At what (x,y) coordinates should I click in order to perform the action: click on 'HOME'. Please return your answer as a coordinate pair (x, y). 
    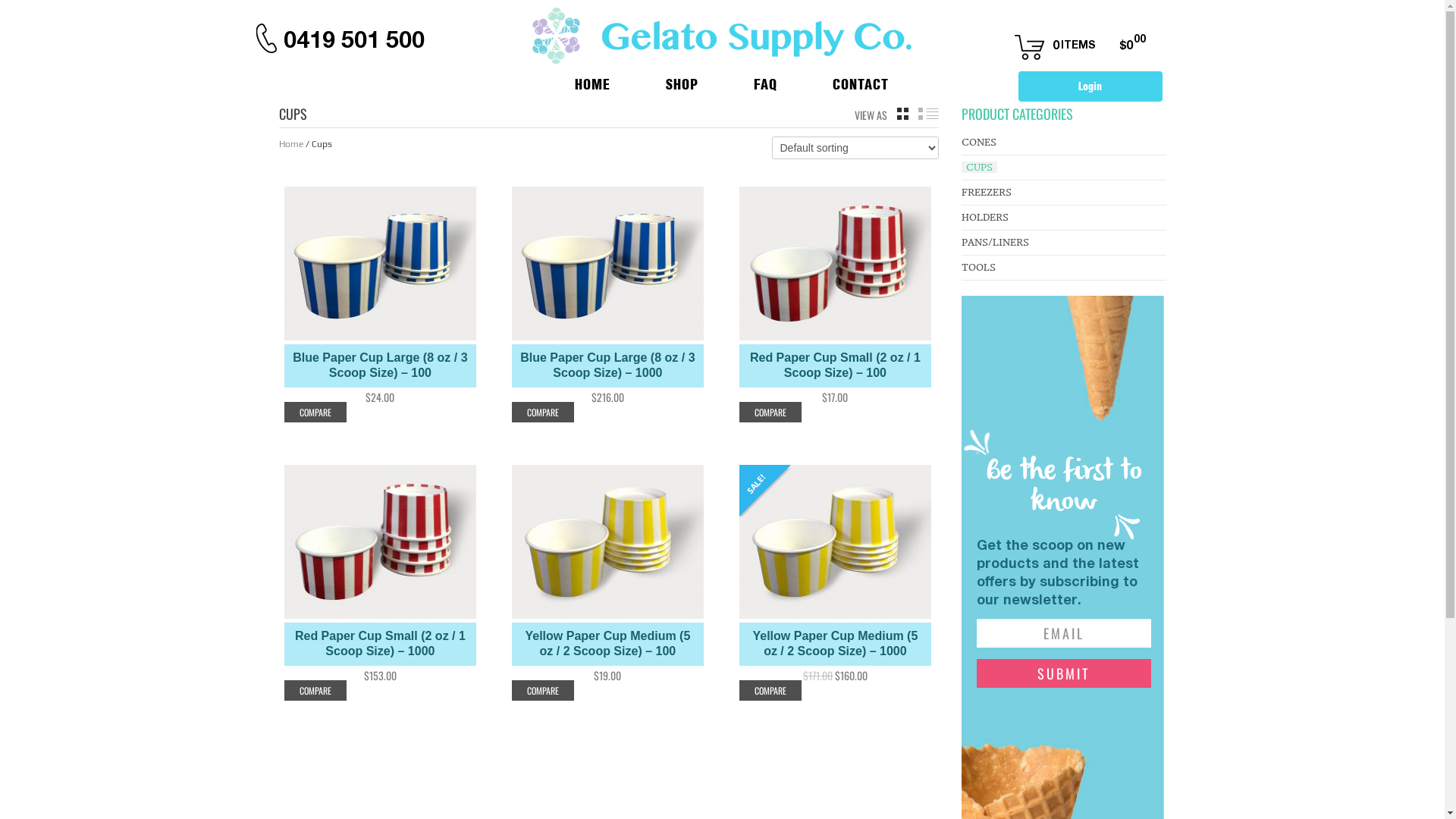
    Looking at the image, I should click on (576, 83).